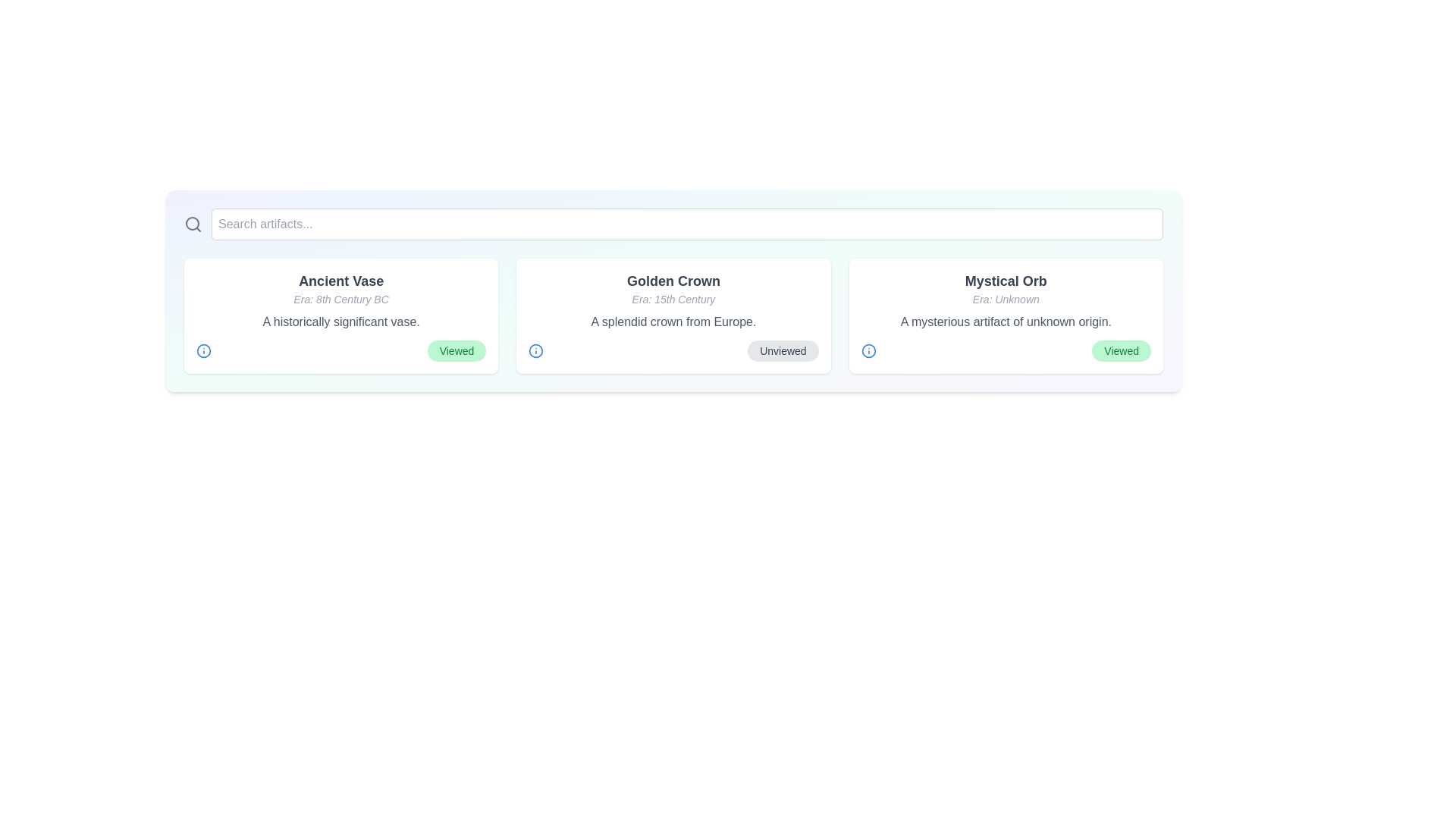 The image size is (1456, 819). I want to click on the card displaying information about Mystical Orb, so click(1005, 315).